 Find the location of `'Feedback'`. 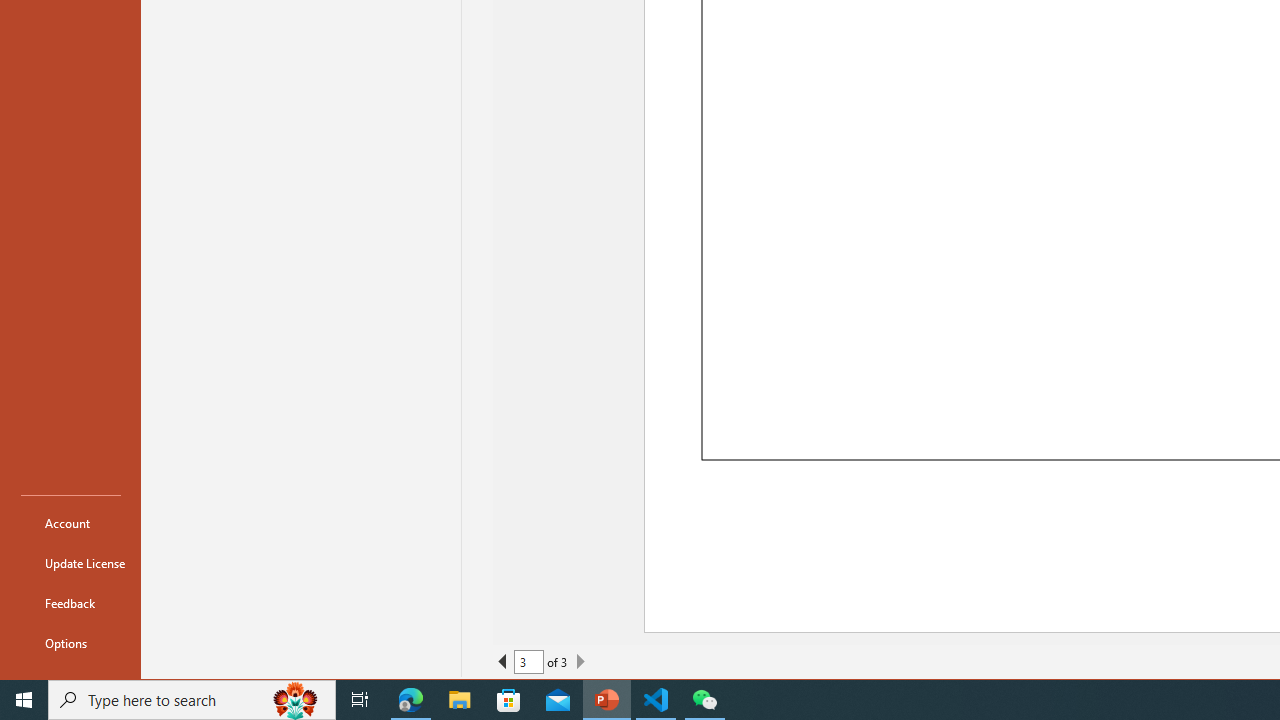

'Feedback' is located at coordinates (71, 602).